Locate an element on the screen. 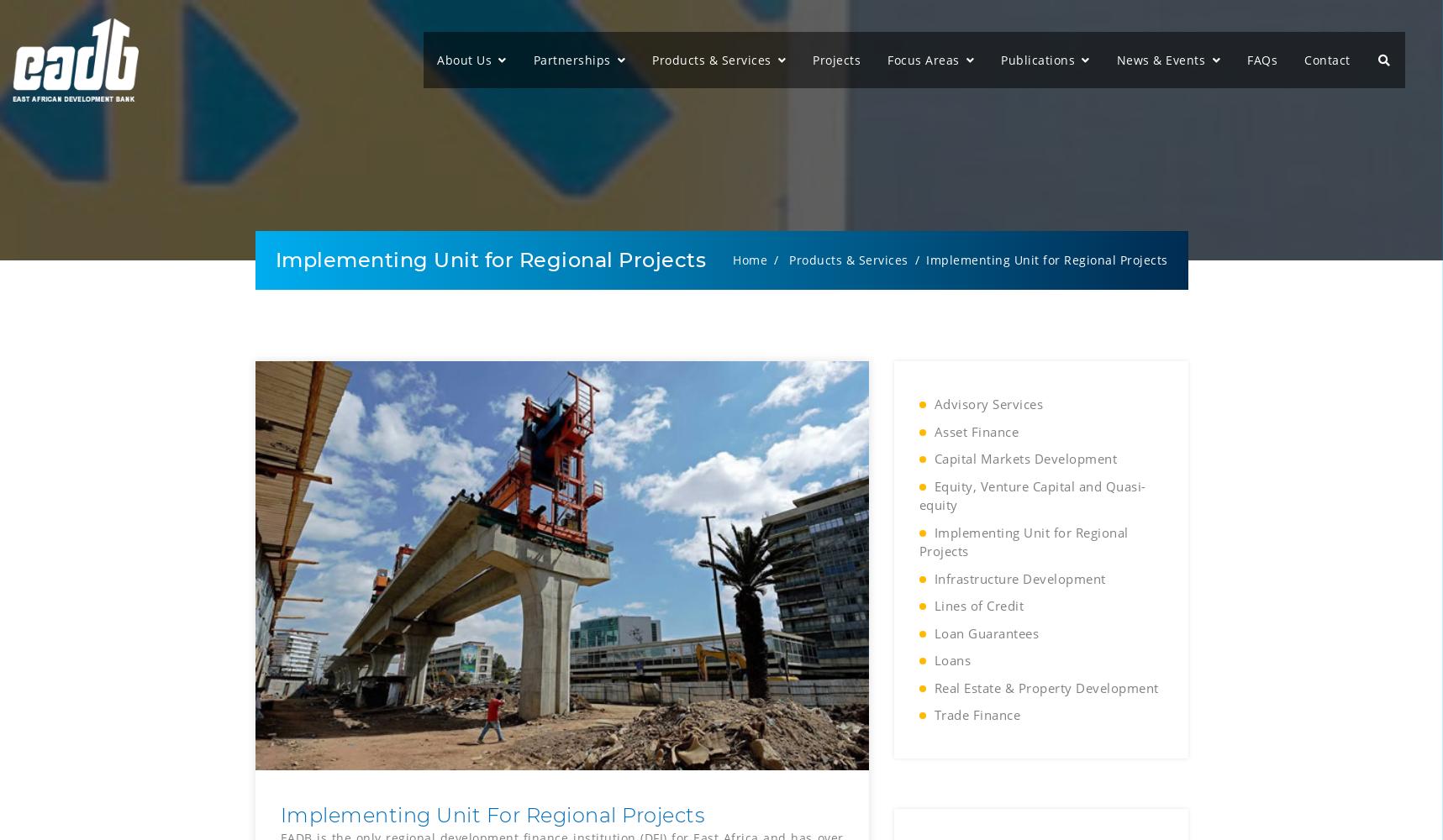  'Capital Markets Development' is located at coordinates (934, 459).